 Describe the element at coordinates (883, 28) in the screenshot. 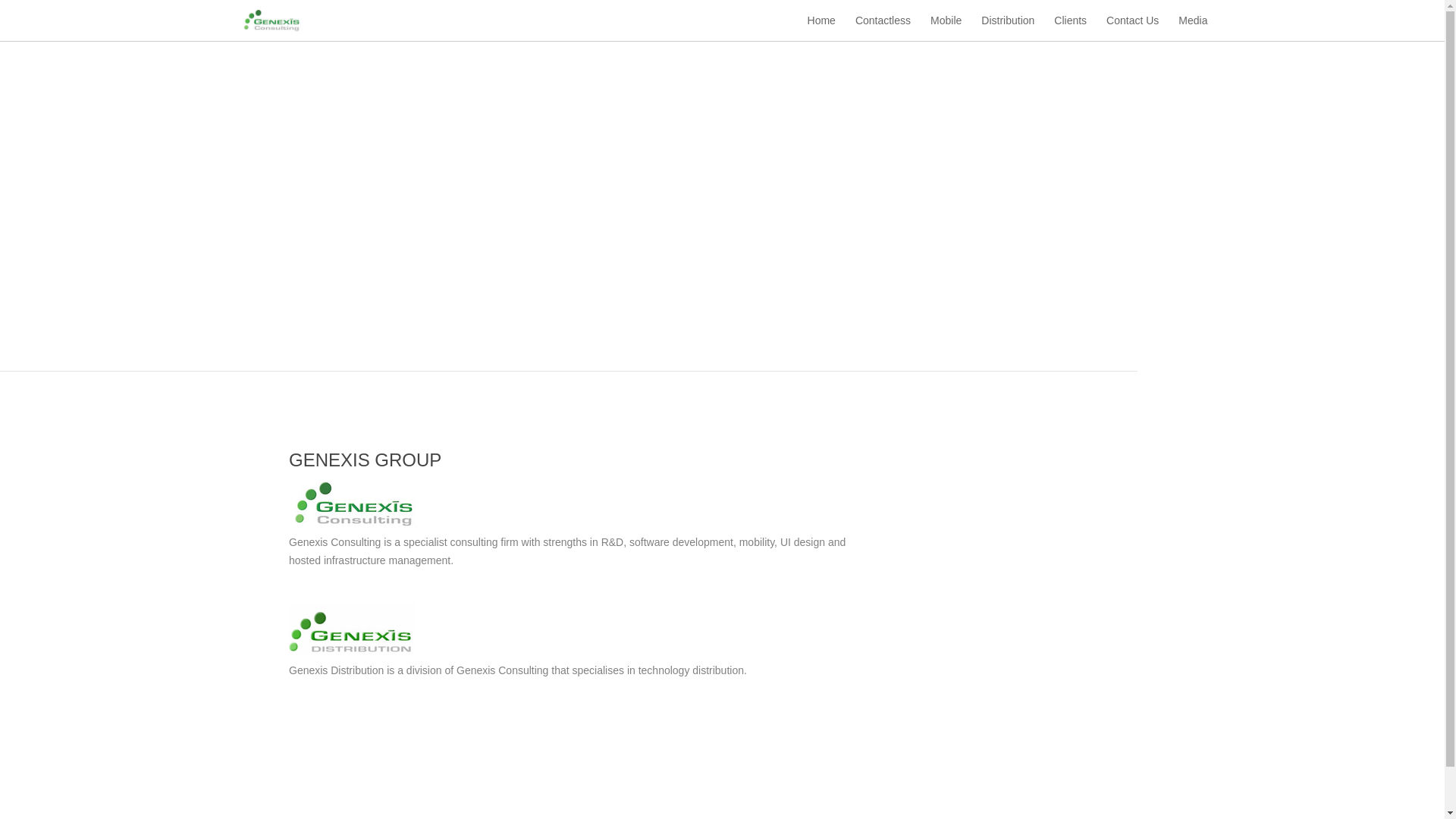

I see `'Contactless'` at that location.